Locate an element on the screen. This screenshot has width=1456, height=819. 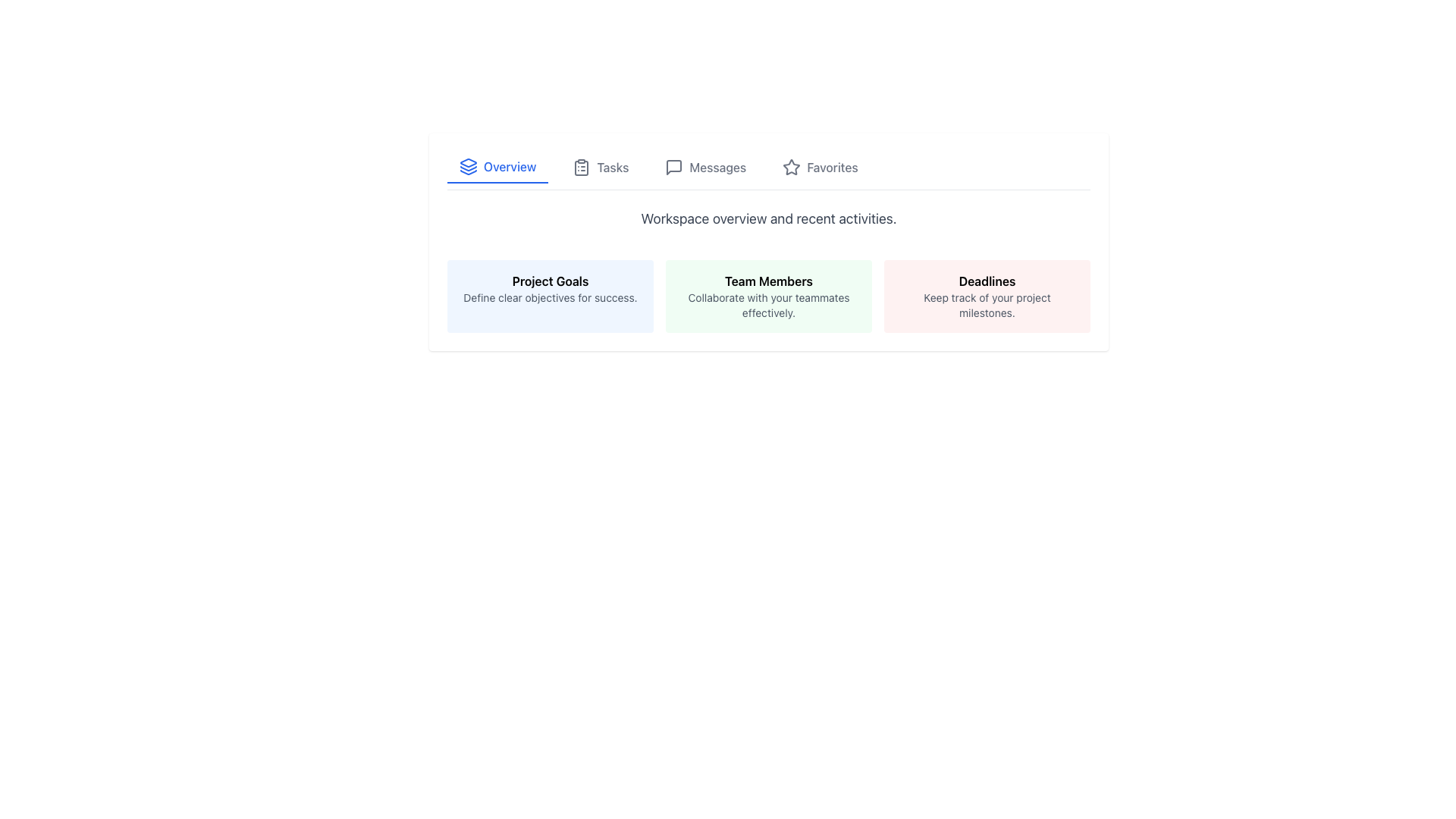
the 'Project Goals' informational card, which is the leftmost module in a row of three, positioned between 'Overview' and 'Team Members' is located at coordinates (549, 296).